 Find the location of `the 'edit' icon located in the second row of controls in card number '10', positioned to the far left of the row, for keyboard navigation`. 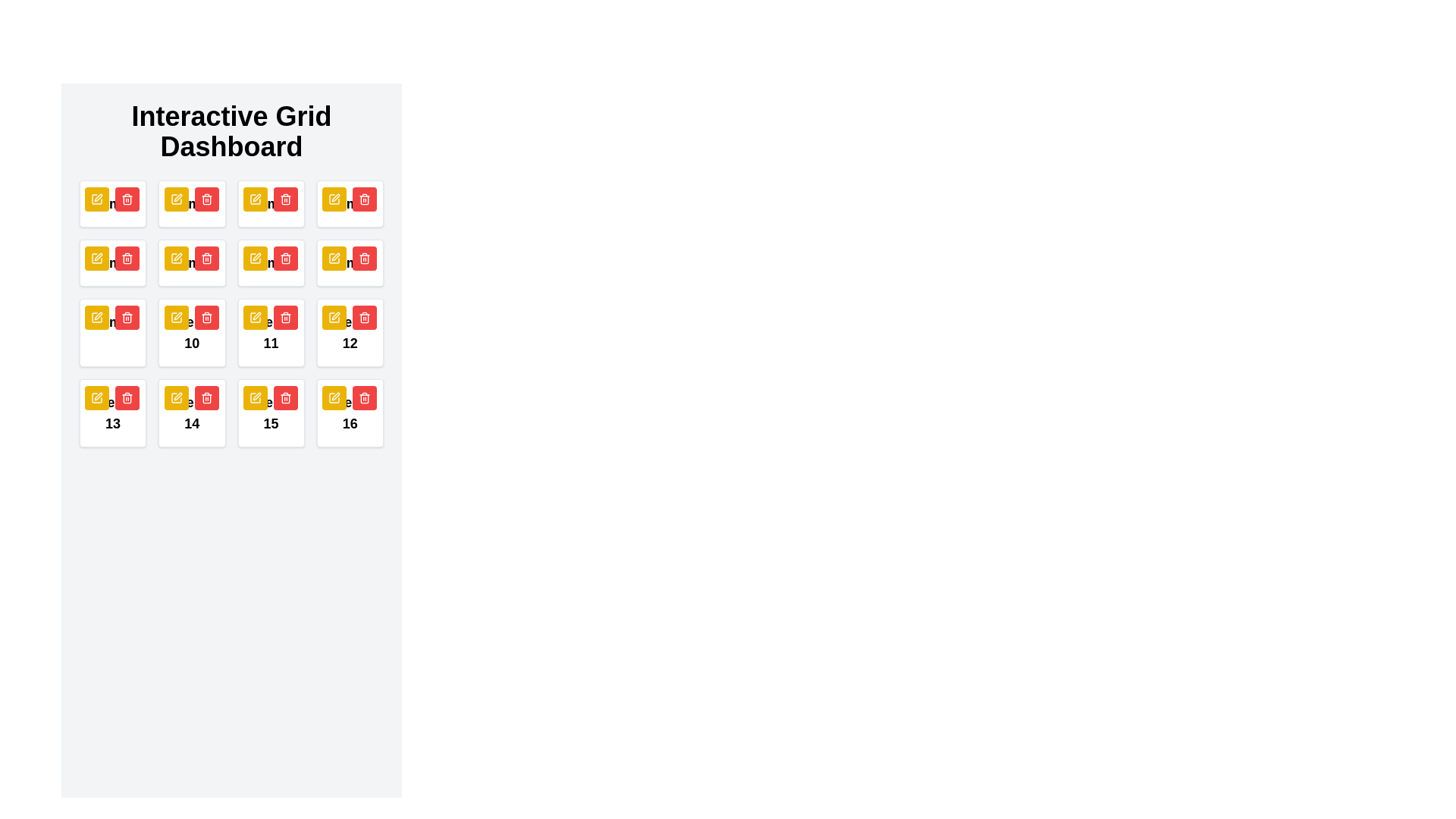

the 'edit' icon located in the second row of controls in card number '10', positioned to the far left of the row, for keyboard navigation is located at coordinates (177, 315).